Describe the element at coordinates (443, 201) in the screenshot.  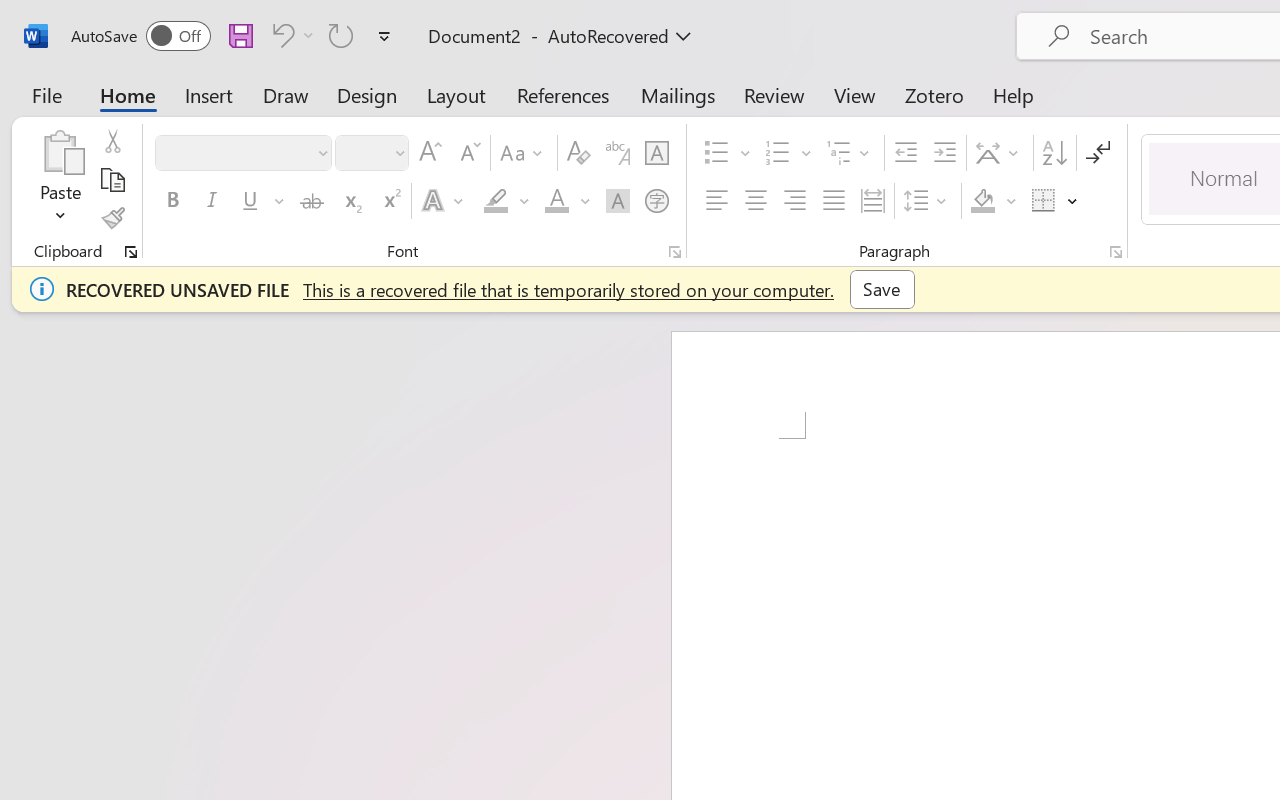
I see `'Text Effects and Typography'` at that location.